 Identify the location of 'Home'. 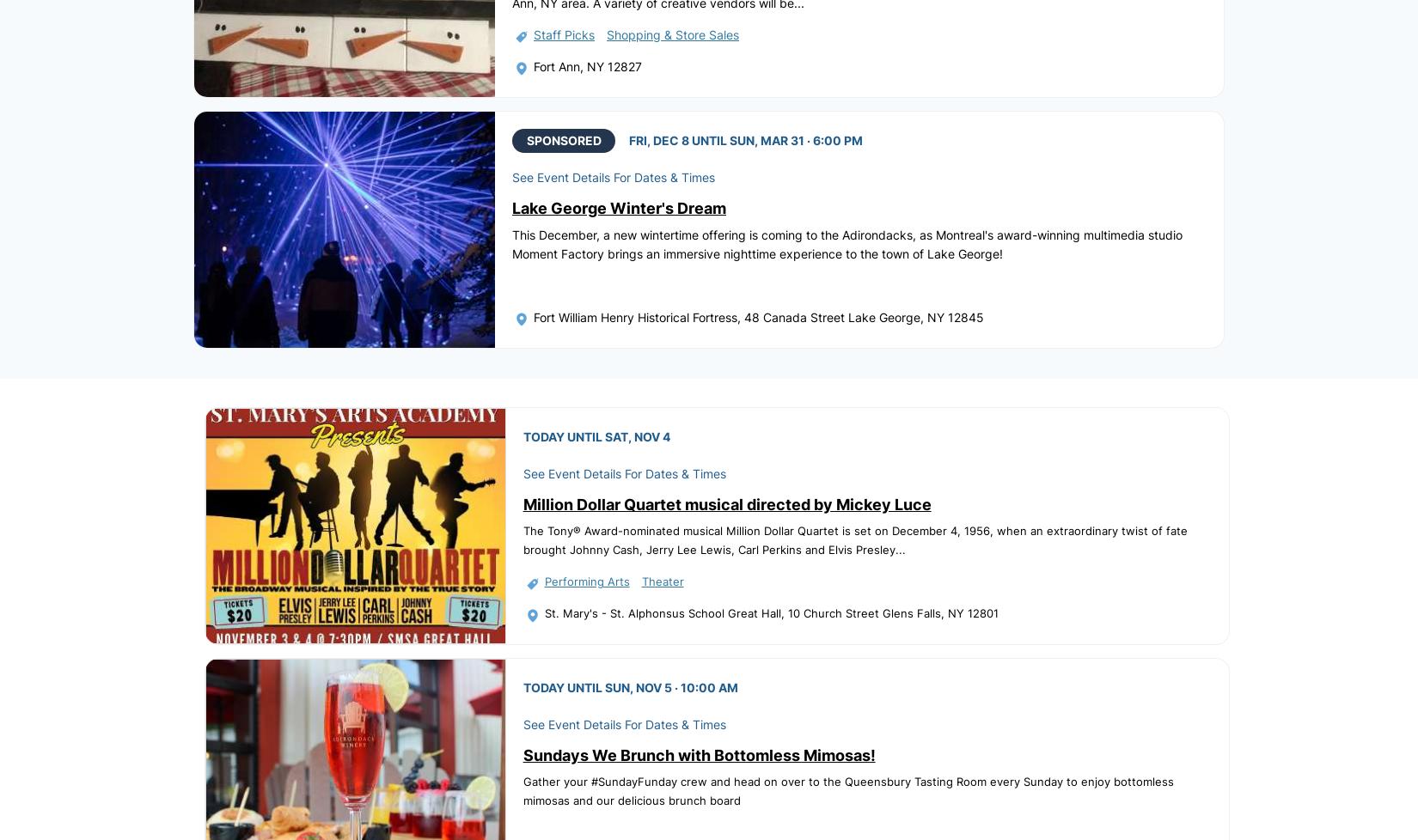
(212, 331).